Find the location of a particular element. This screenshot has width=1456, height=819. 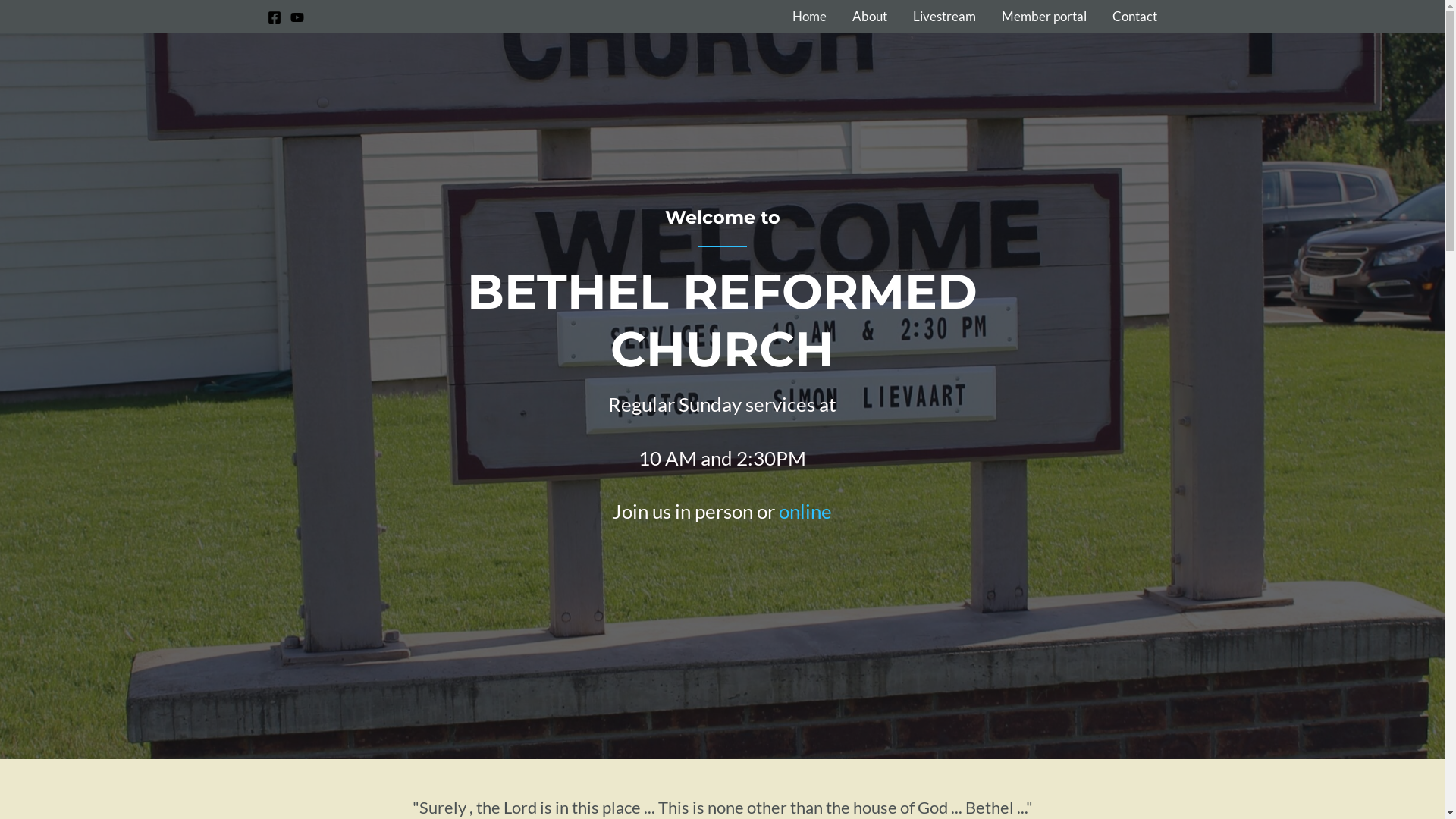

'Contact' is located at coordinates (1134, 16).